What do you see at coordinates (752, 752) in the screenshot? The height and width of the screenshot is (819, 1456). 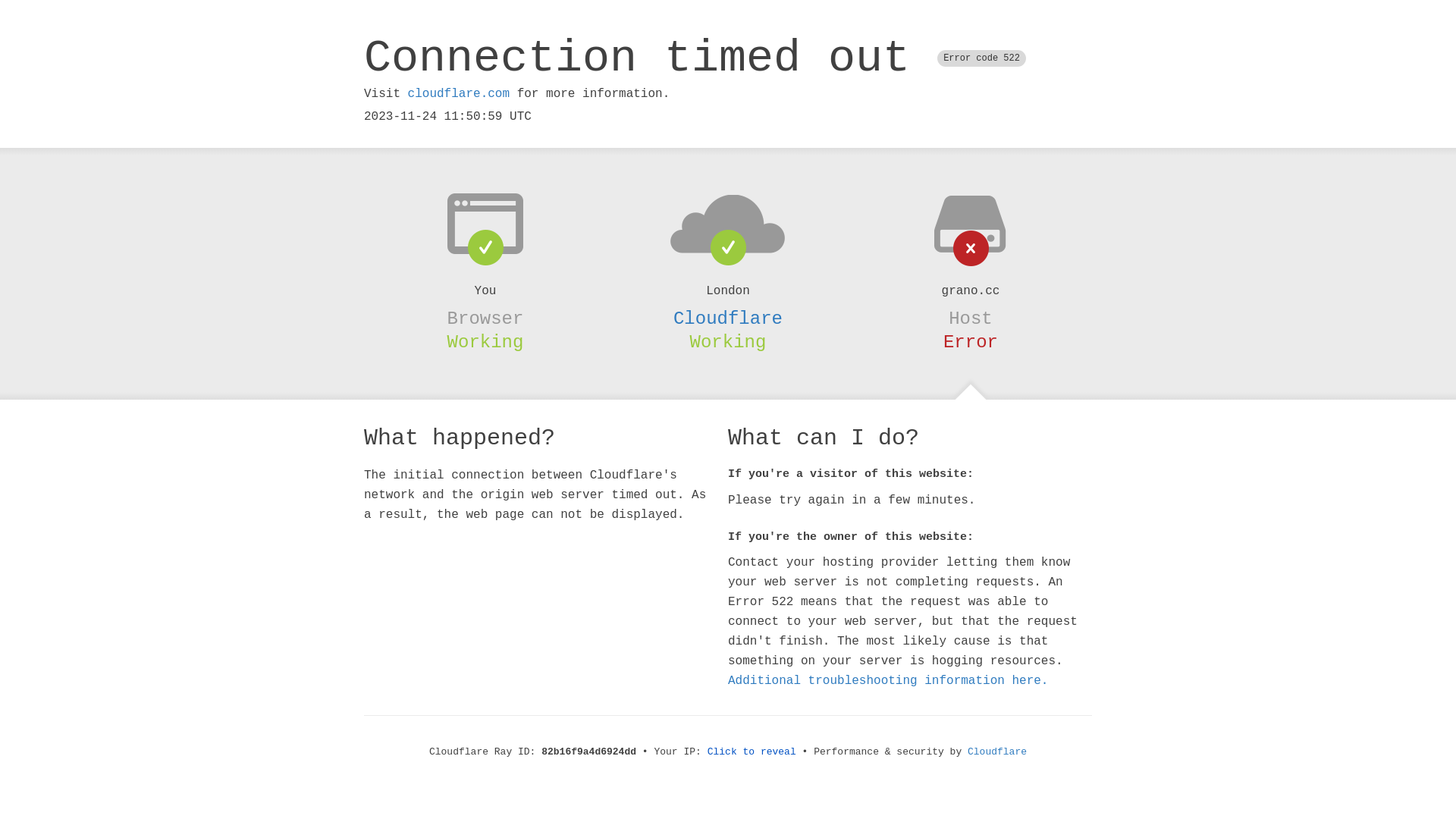 I see `'Click to reveal'` at bounding box center [752, 752].